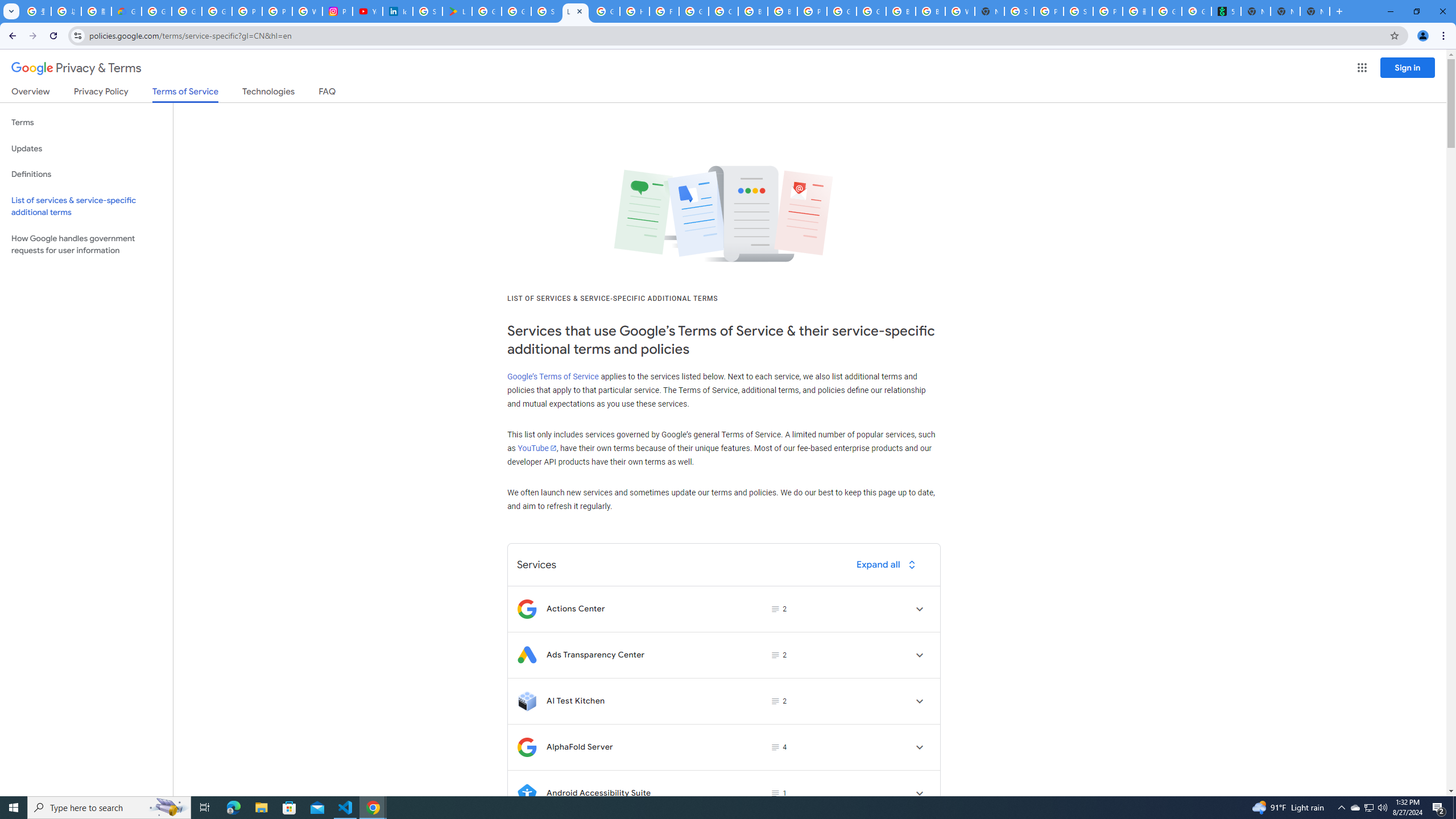  I want to click on 'Sign in - Google Accounts', so click(545, 11).